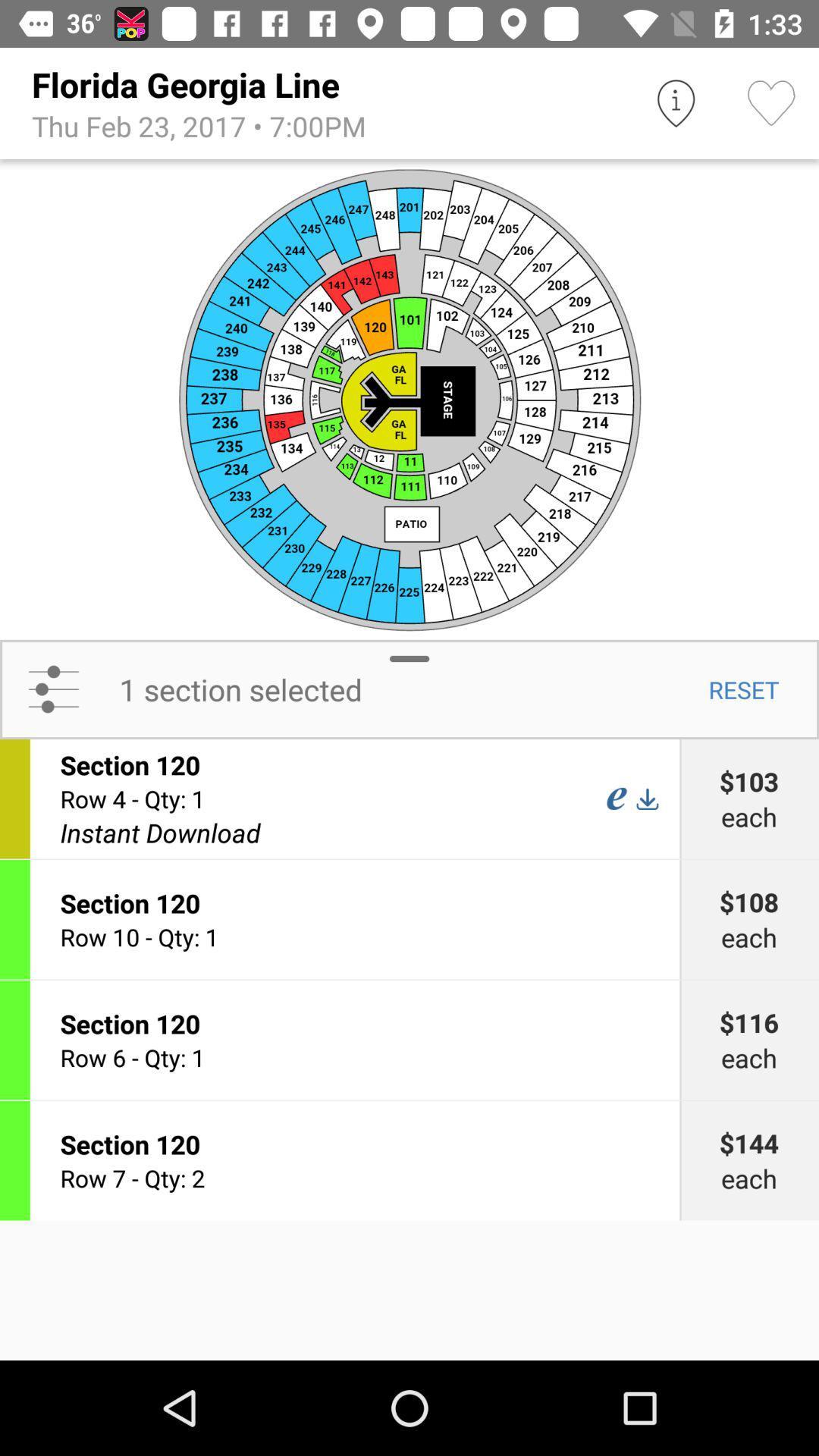 Image resolution: width=819 pixels, height=1456 pixels. What do you see at coordinates (742, 689) in the screenshot?
I see `the icon above $103 item` at bounding box center [742, 689].